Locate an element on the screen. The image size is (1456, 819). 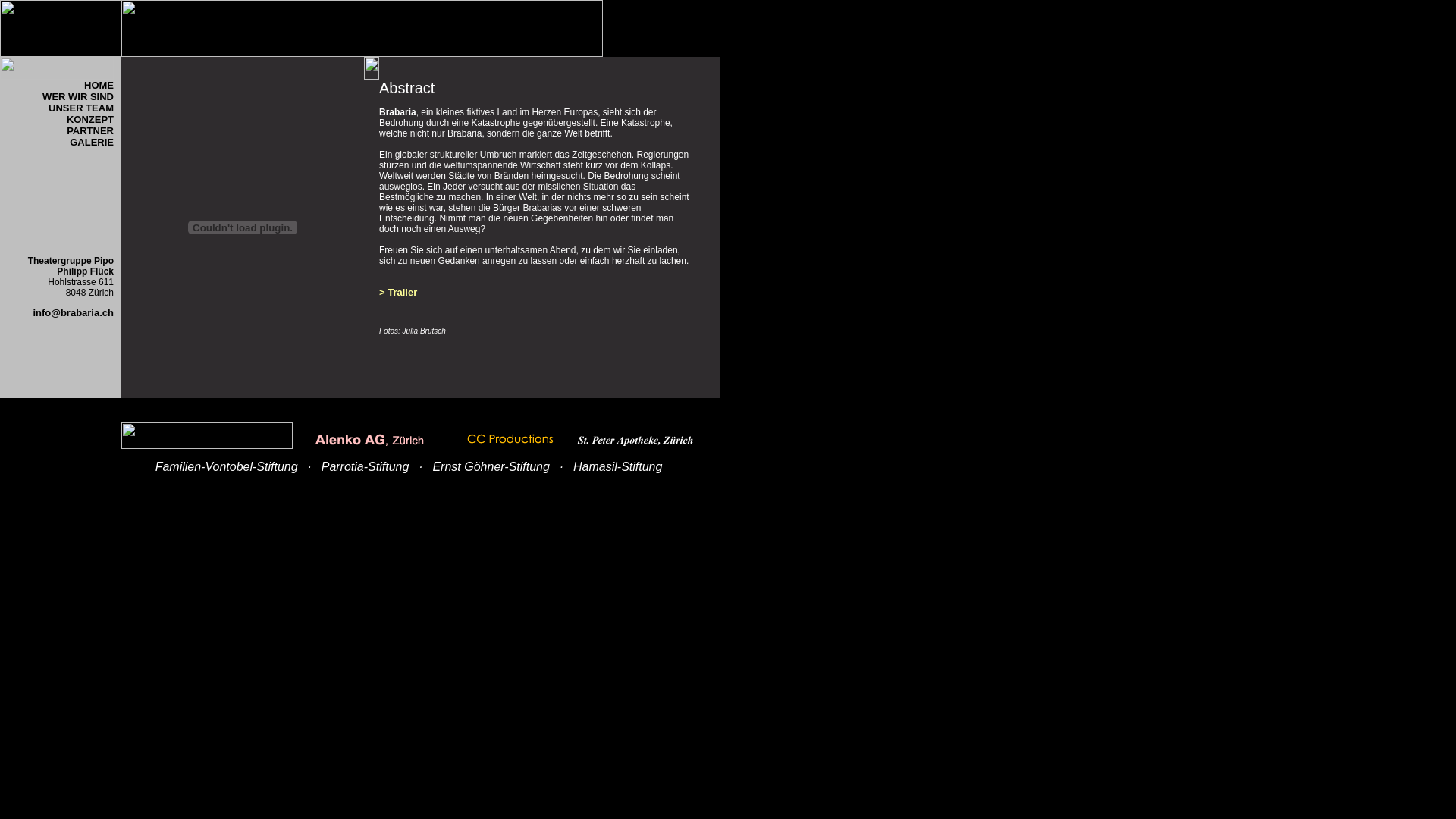
'PARTNER' is located at coordinates (89, 130).